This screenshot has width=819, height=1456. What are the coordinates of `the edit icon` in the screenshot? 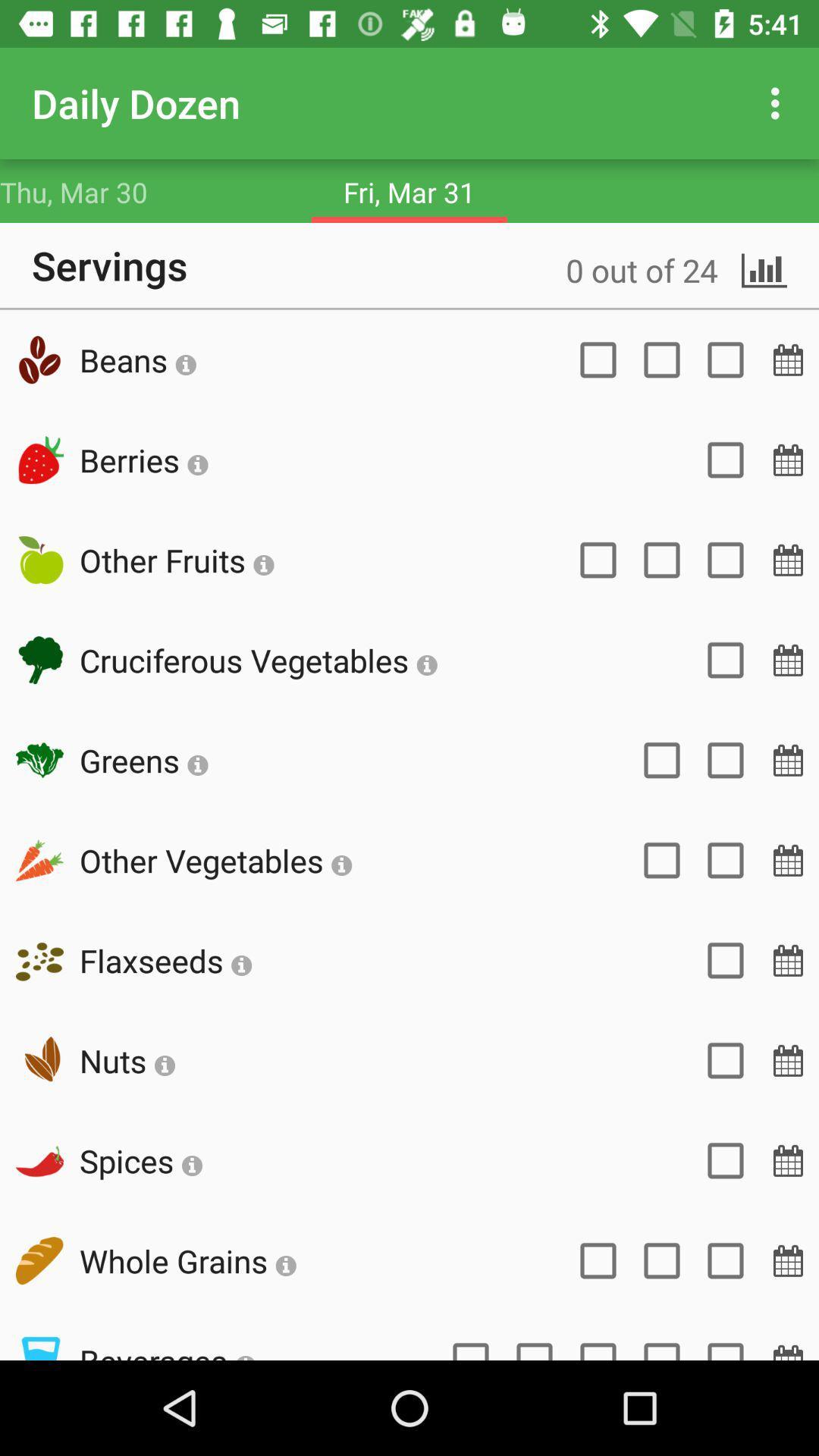 It's located at (39, 860).